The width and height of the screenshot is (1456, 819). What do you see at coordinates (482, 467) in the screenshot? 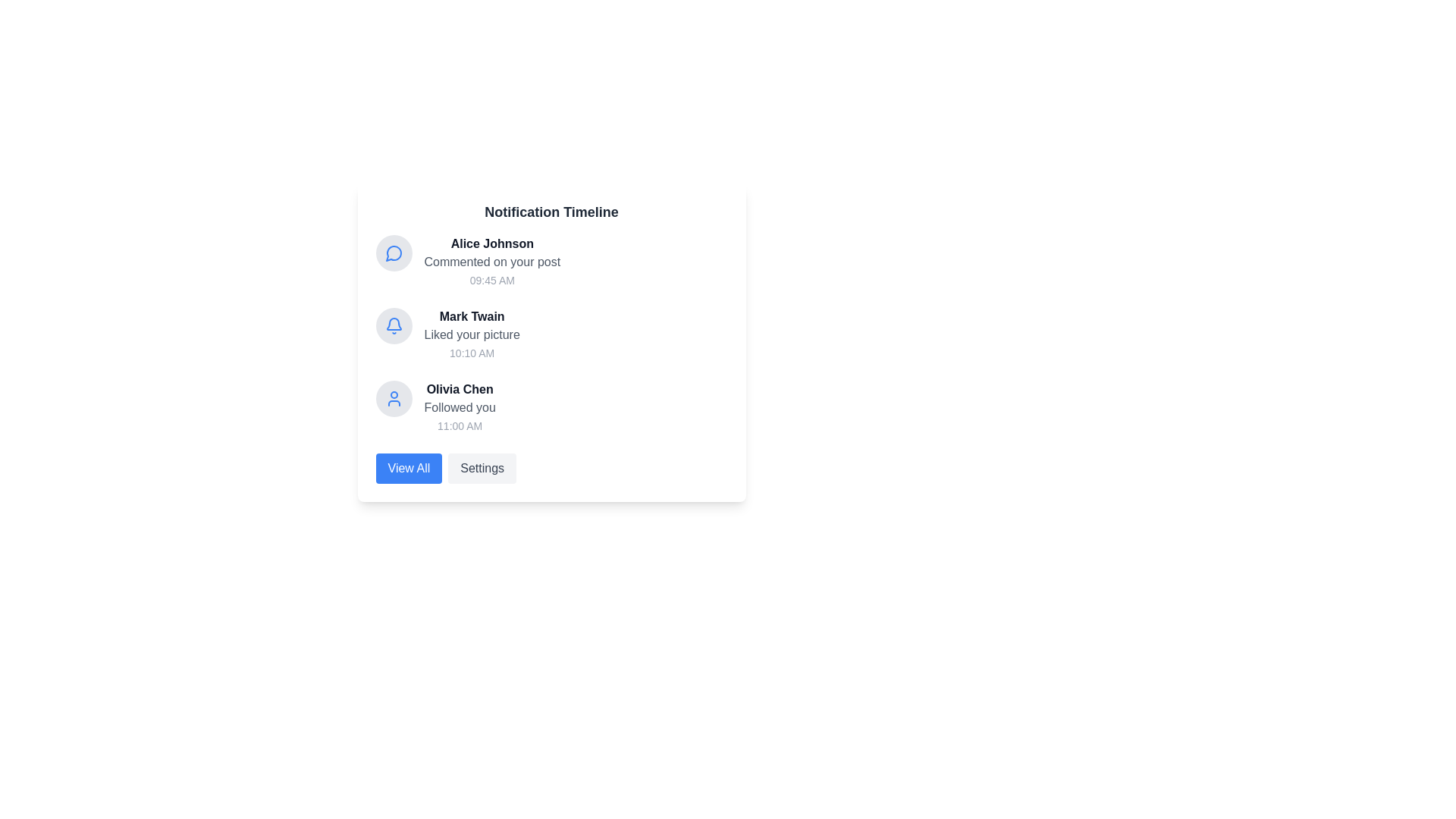
I see `the settings button located directly to the right of the blue 'View All' button in the notification panel` at bounding box center [482, 467].